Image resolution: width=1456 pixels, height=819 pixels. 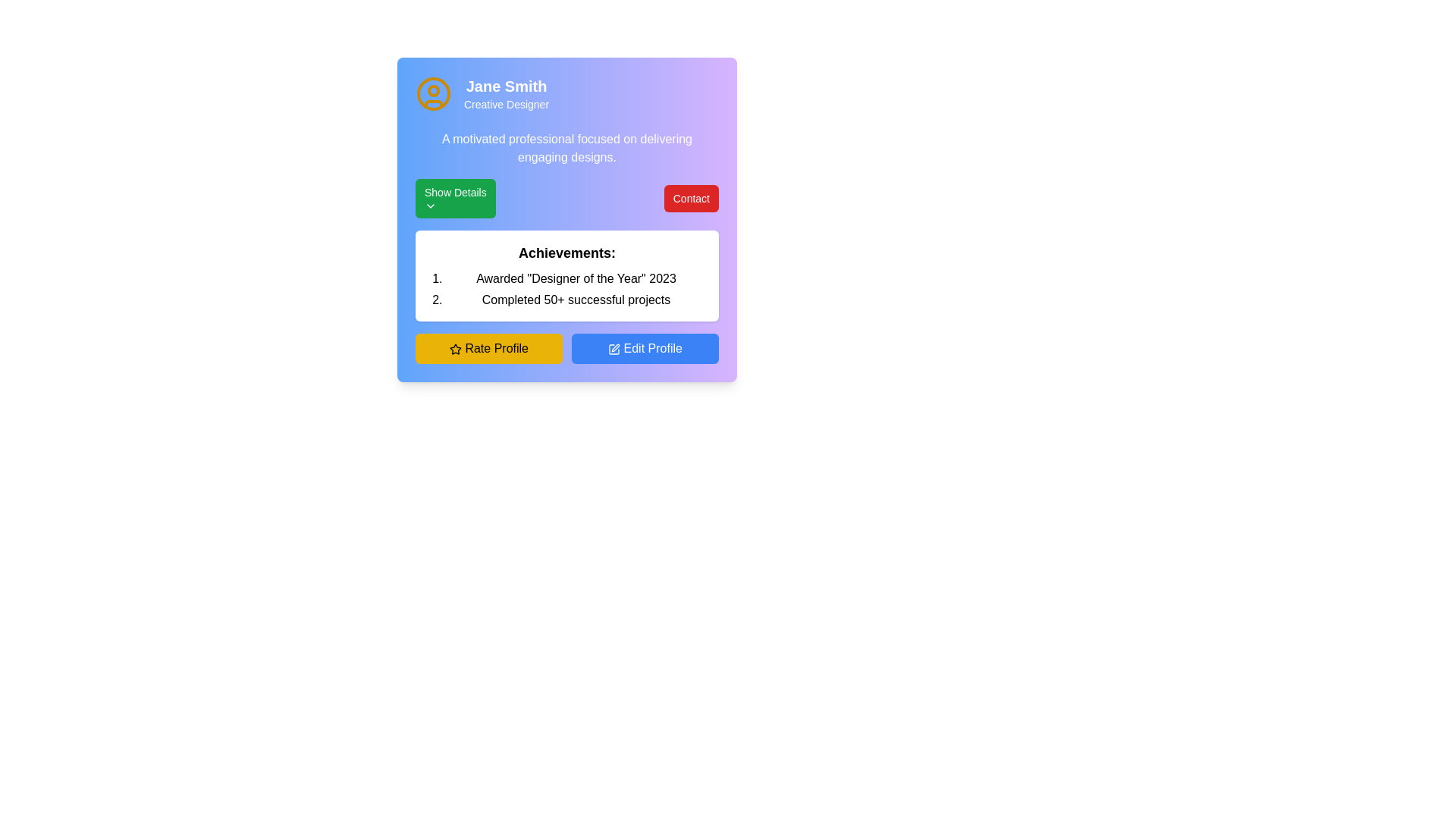 What do you see at coordinates (614, 349) in the screenshot?
I see `the icon that emphasizes the editing functionality within the 'Edit Profile' button located at the bottom-right of the profile card interface` at bounding box center [614, 349].